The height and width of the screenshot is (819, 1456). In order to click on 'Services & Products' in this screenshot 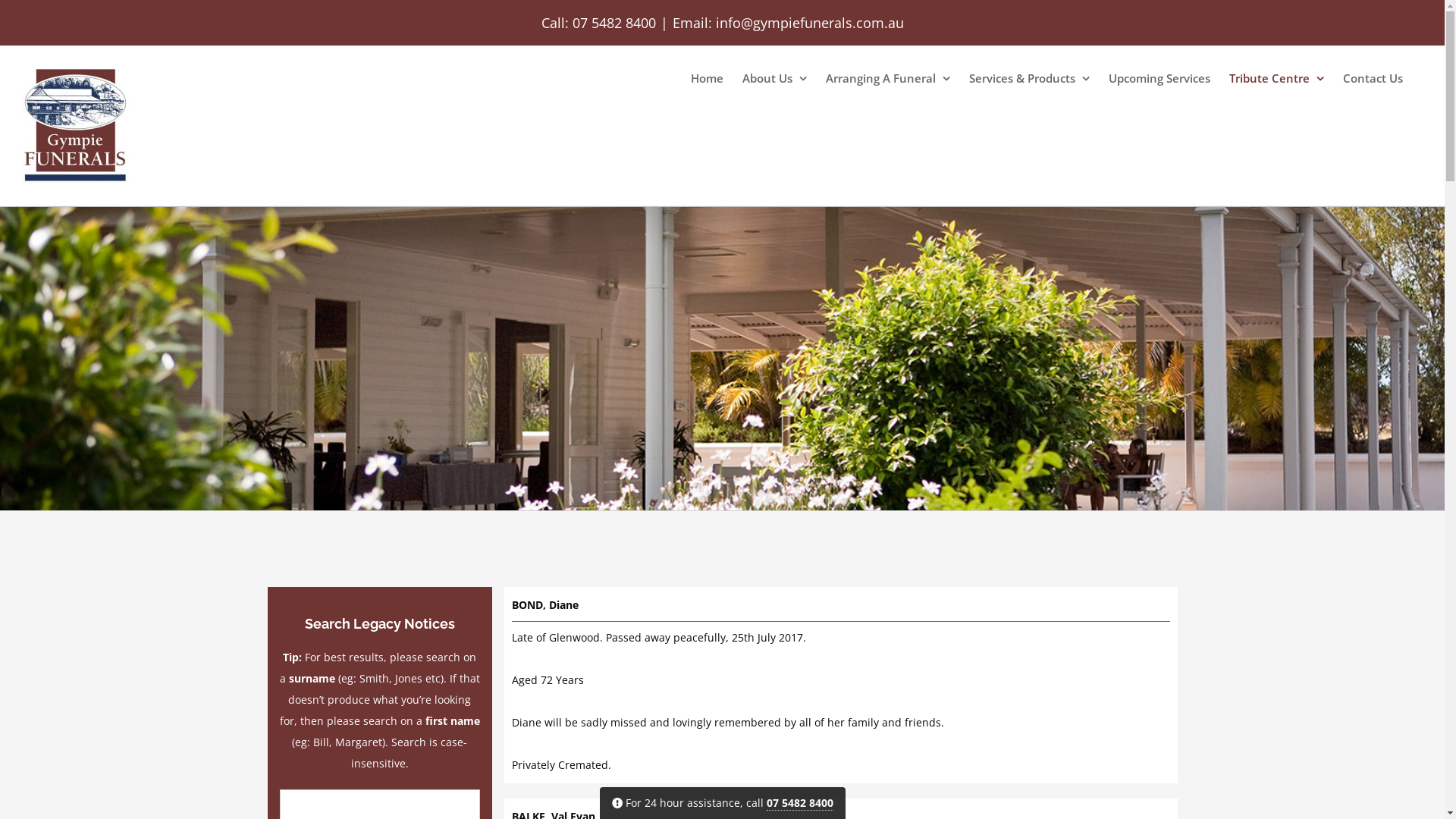, I will do `click(1029, 78)`.